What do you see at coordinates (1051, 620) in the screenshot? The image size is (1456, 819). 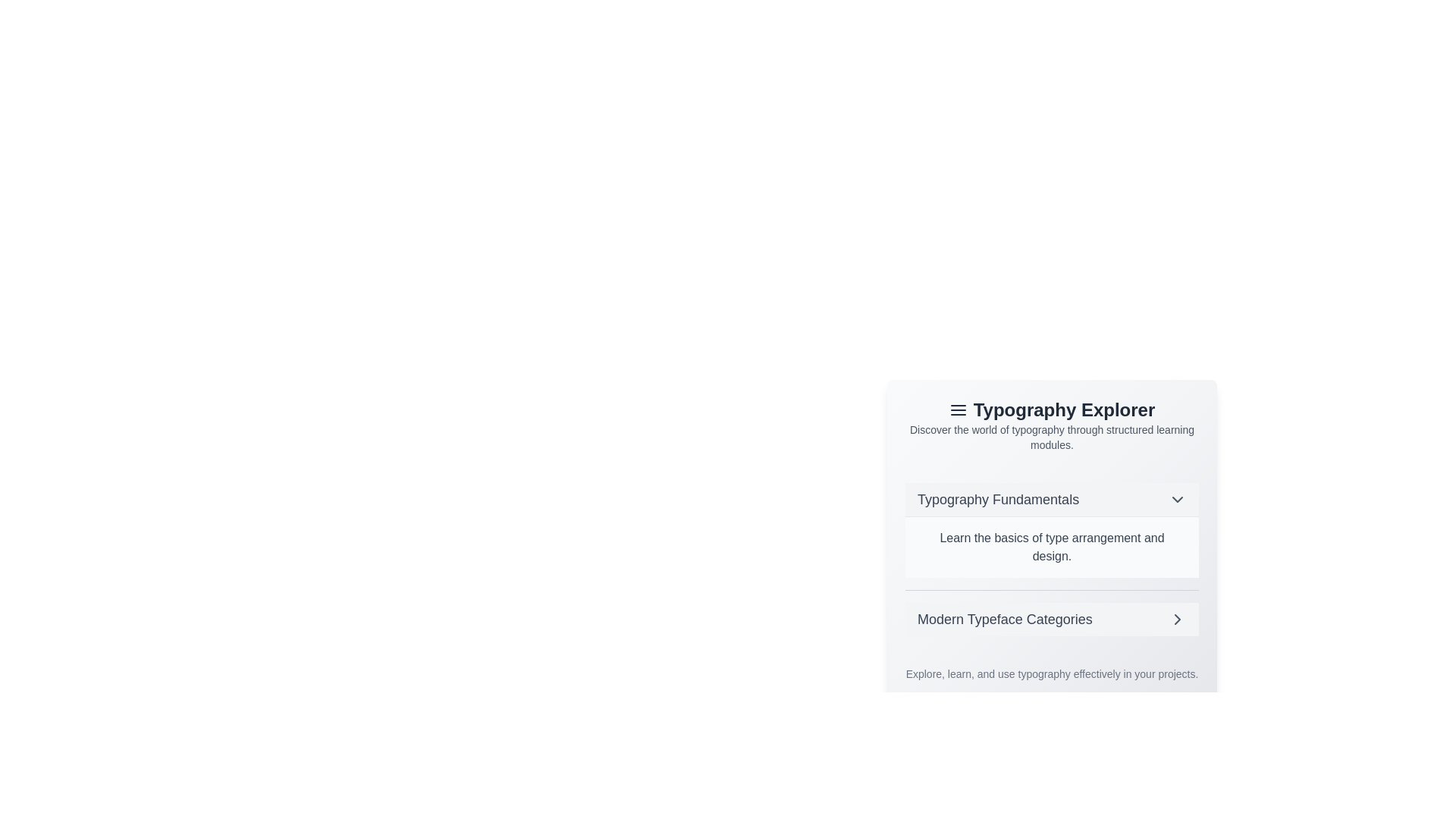 I see `the clickable list item for 'Modern Typeface Categories' to indicate selection` at bounding box center [1051, 620].